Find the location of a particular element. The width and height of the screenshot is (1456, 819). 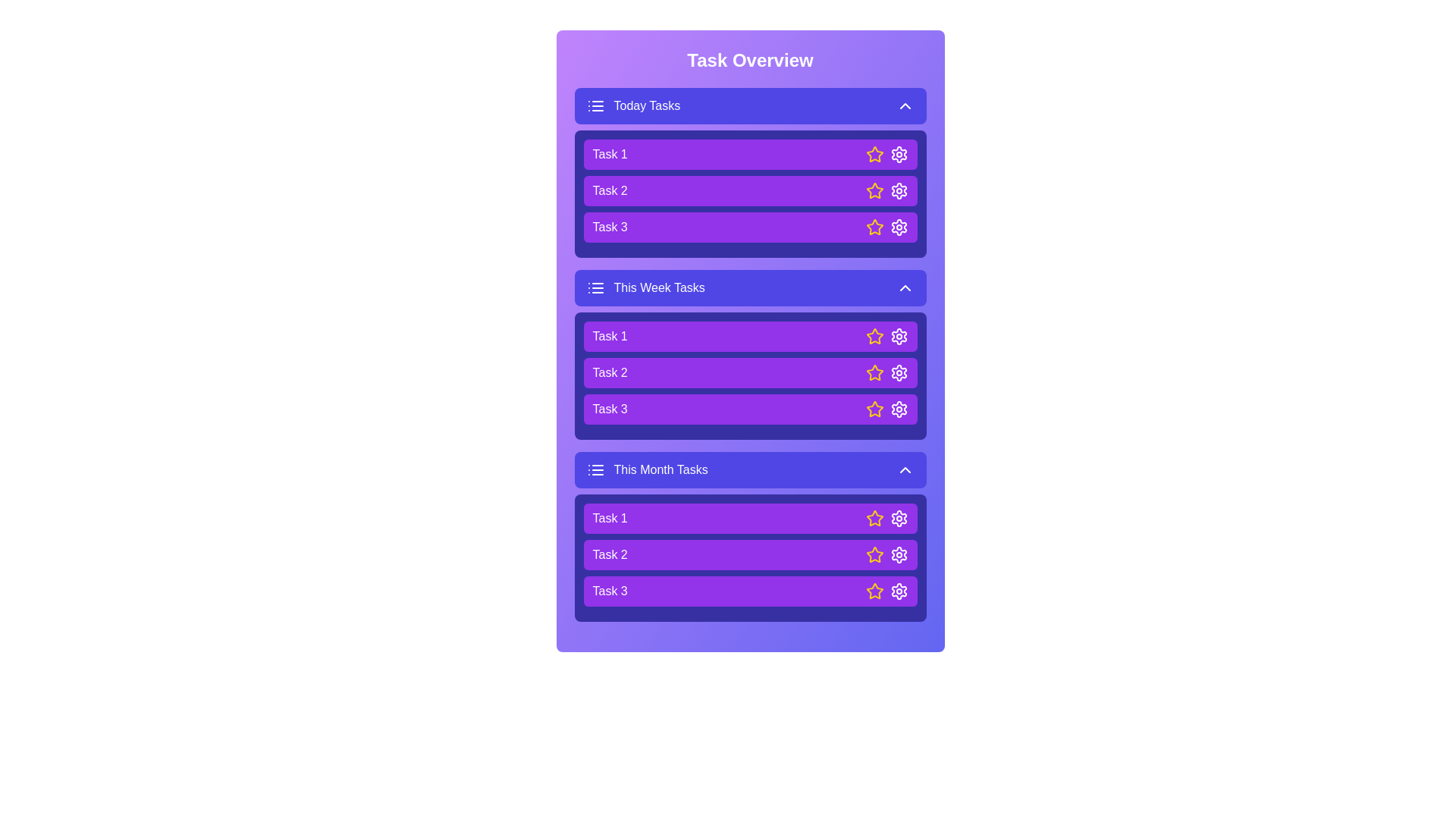

the list icon to toggle the visibility of the task list is located at coordinates (595, 105).